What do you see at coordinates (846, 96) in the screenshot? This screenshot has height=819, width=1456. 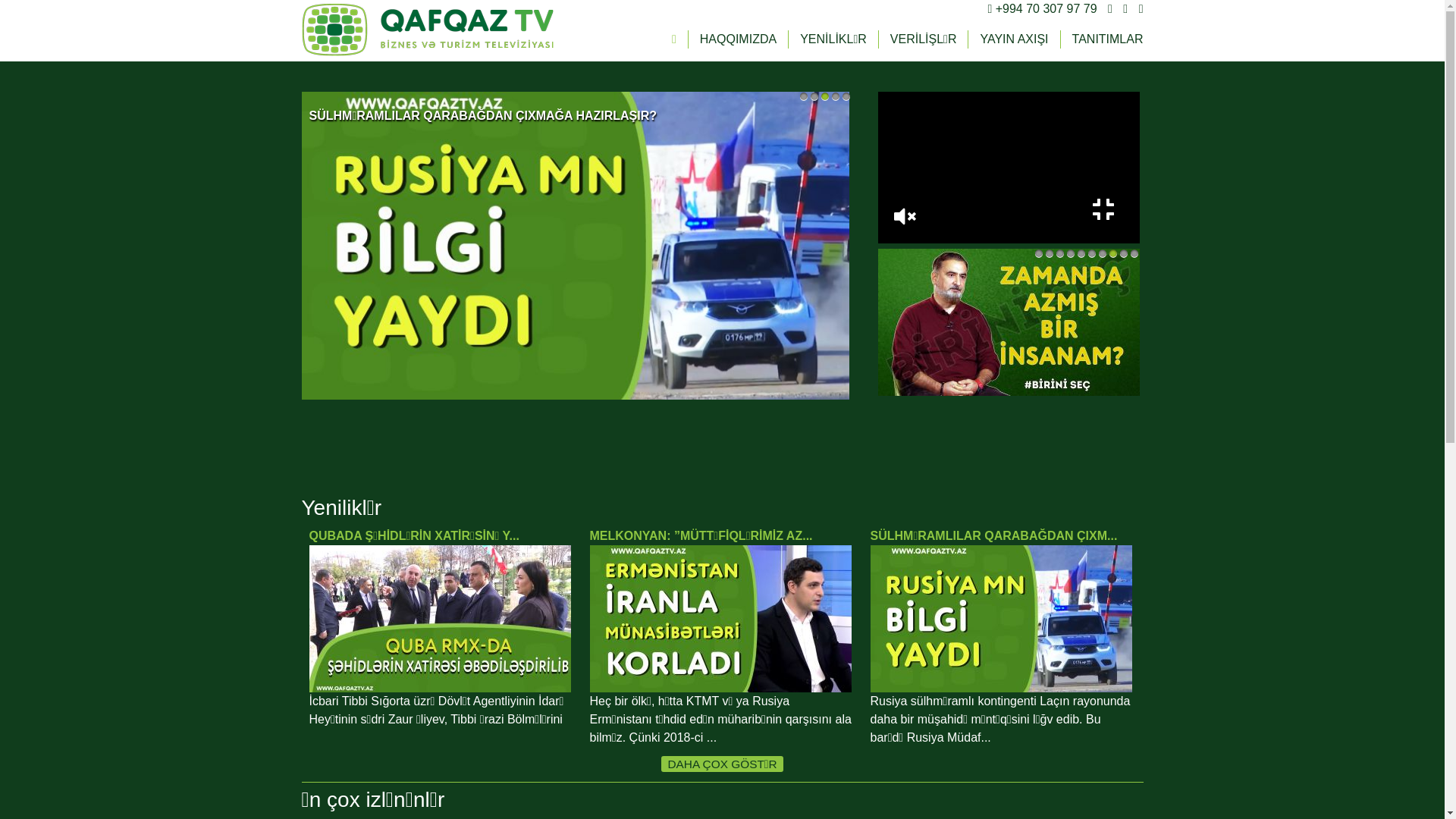 I see `'5'` at bounding box center [846, 96].